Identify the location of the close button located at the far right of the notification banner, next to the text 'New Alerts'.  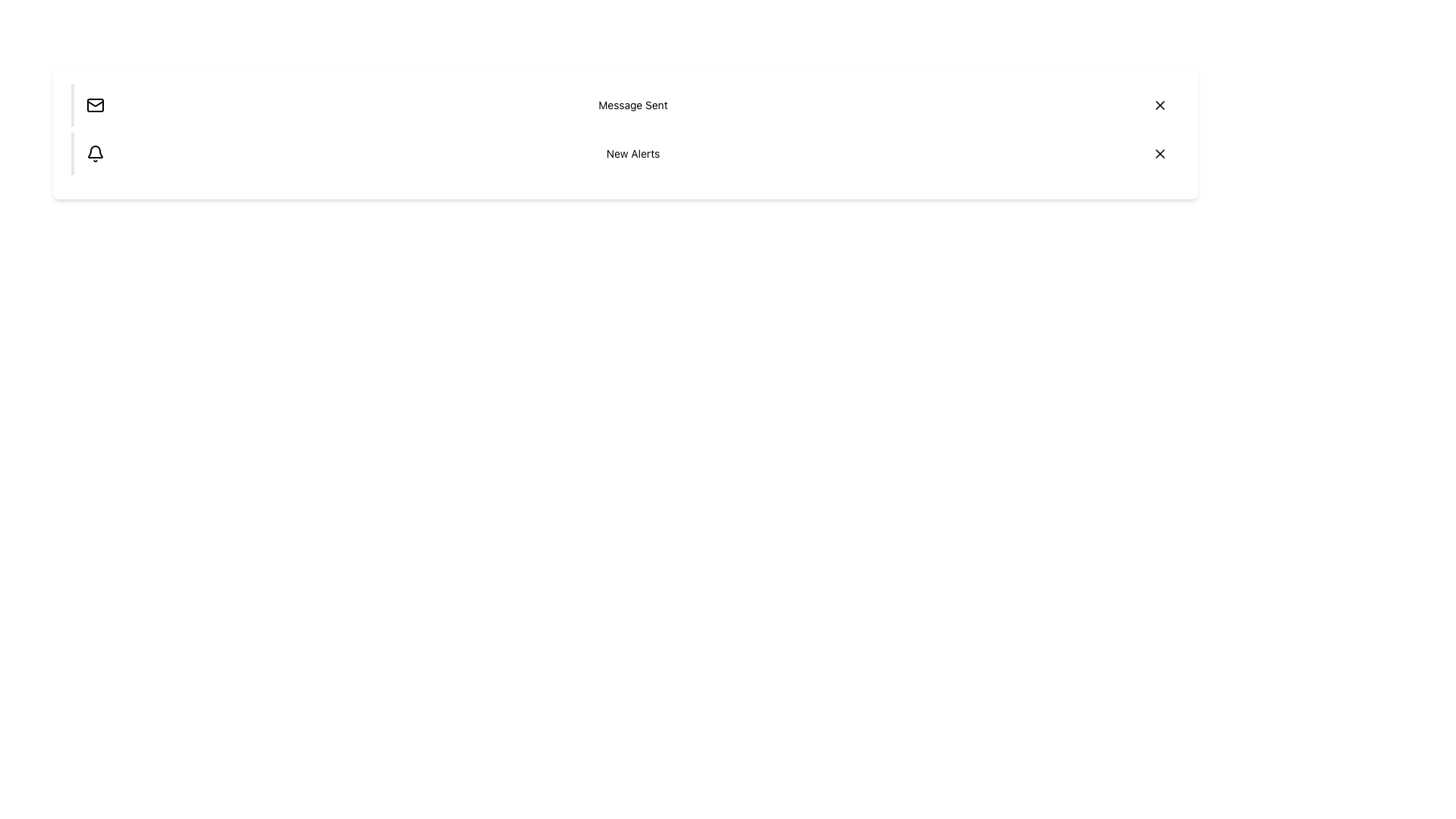
(1159, 154).